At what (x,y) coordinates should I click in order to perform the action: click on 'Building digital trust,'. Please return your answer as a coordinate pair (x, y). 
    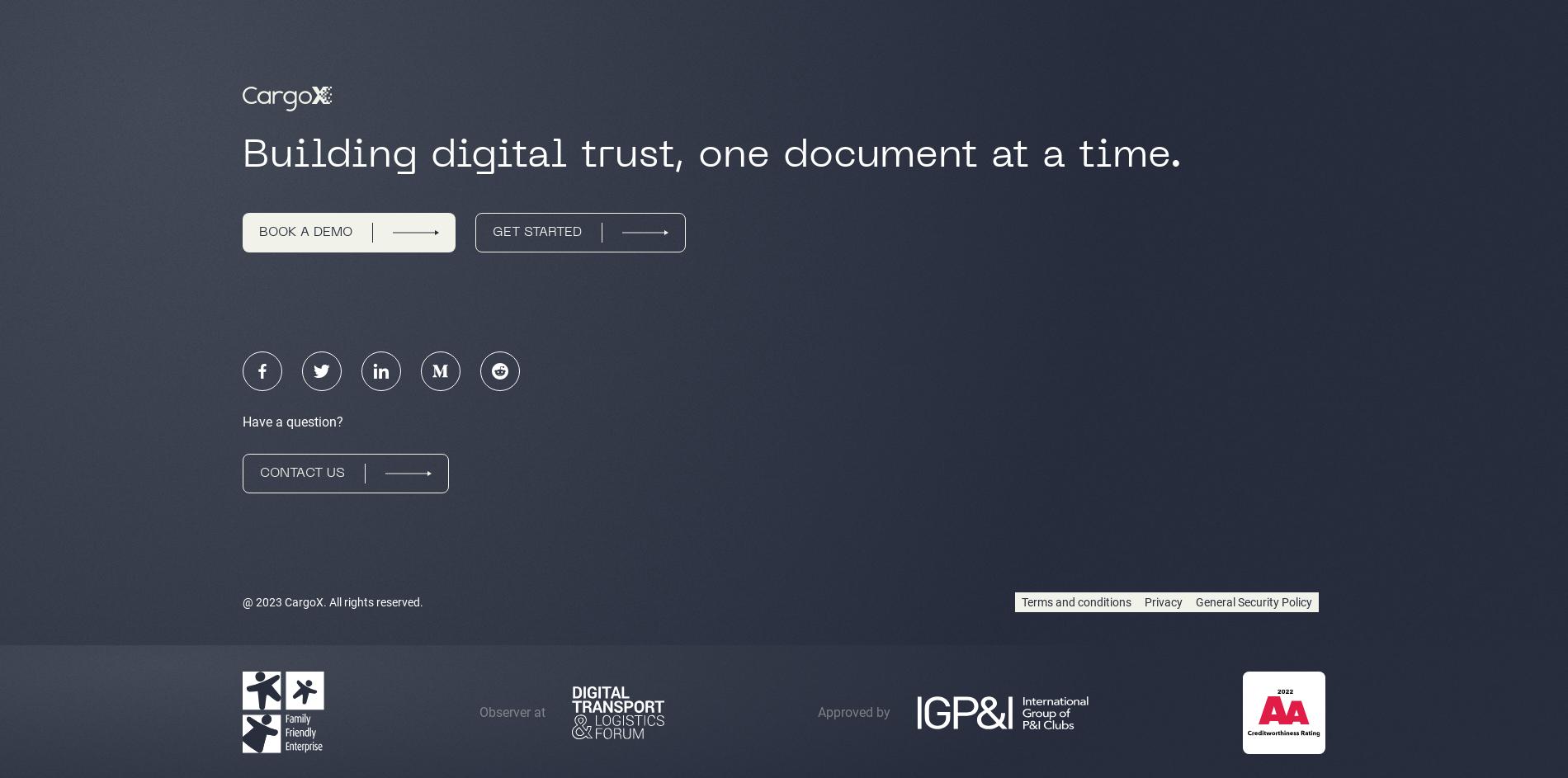
    Looking at the image, I should click on (464, 156).